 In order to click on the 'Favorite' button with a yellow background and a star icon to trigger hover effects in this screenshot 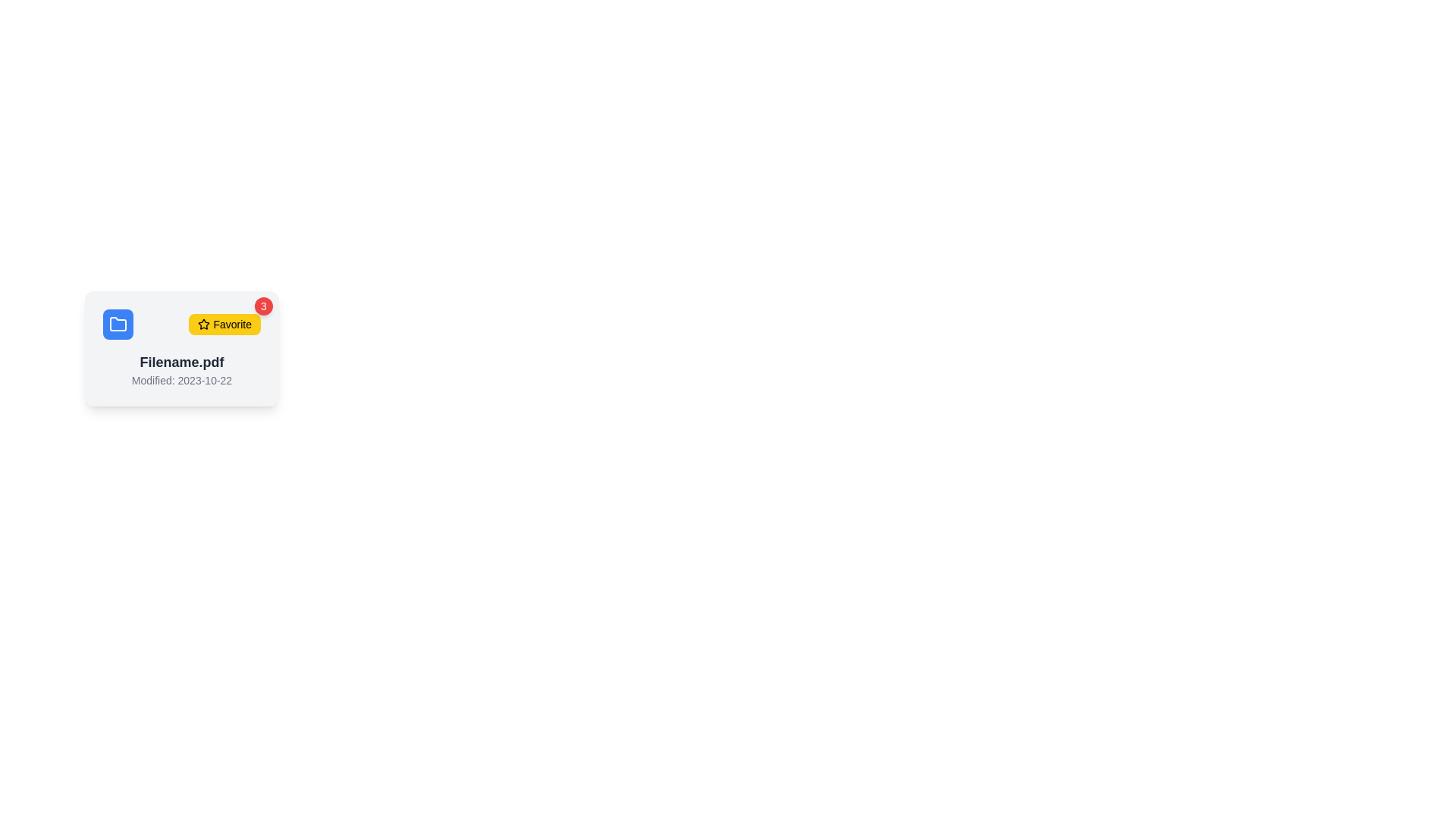, I will do `click(224, 324)`.